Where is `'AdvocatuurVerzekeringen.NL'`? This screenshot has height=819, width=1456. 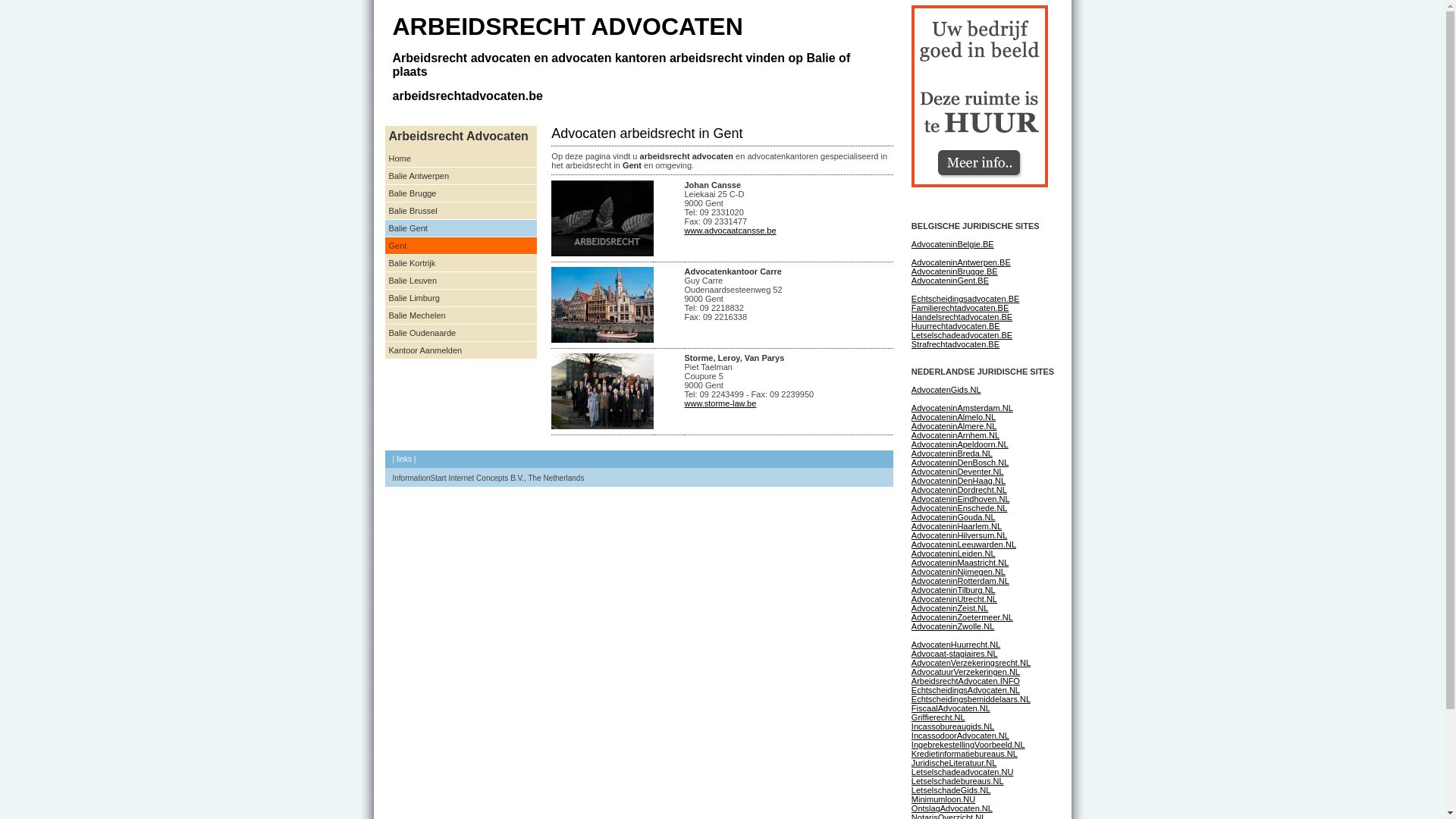
'AdvocatuurVerzekeringen.NL' is located at coordinates (965, 671).